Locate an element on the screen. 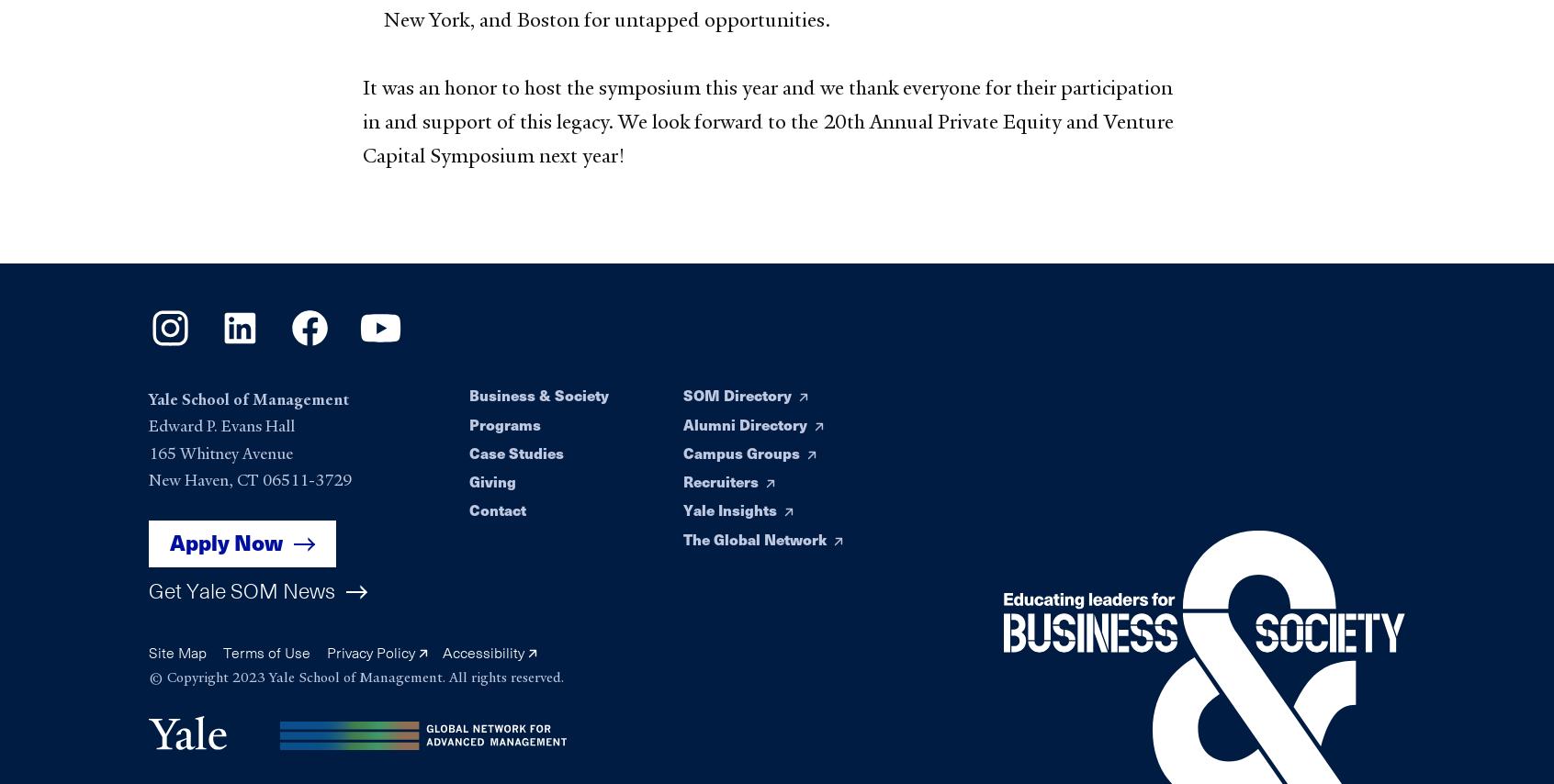 Image resolution: width=1554 pixels, height=784 pixels. 'Contact' is located at coordinates (497, 510).